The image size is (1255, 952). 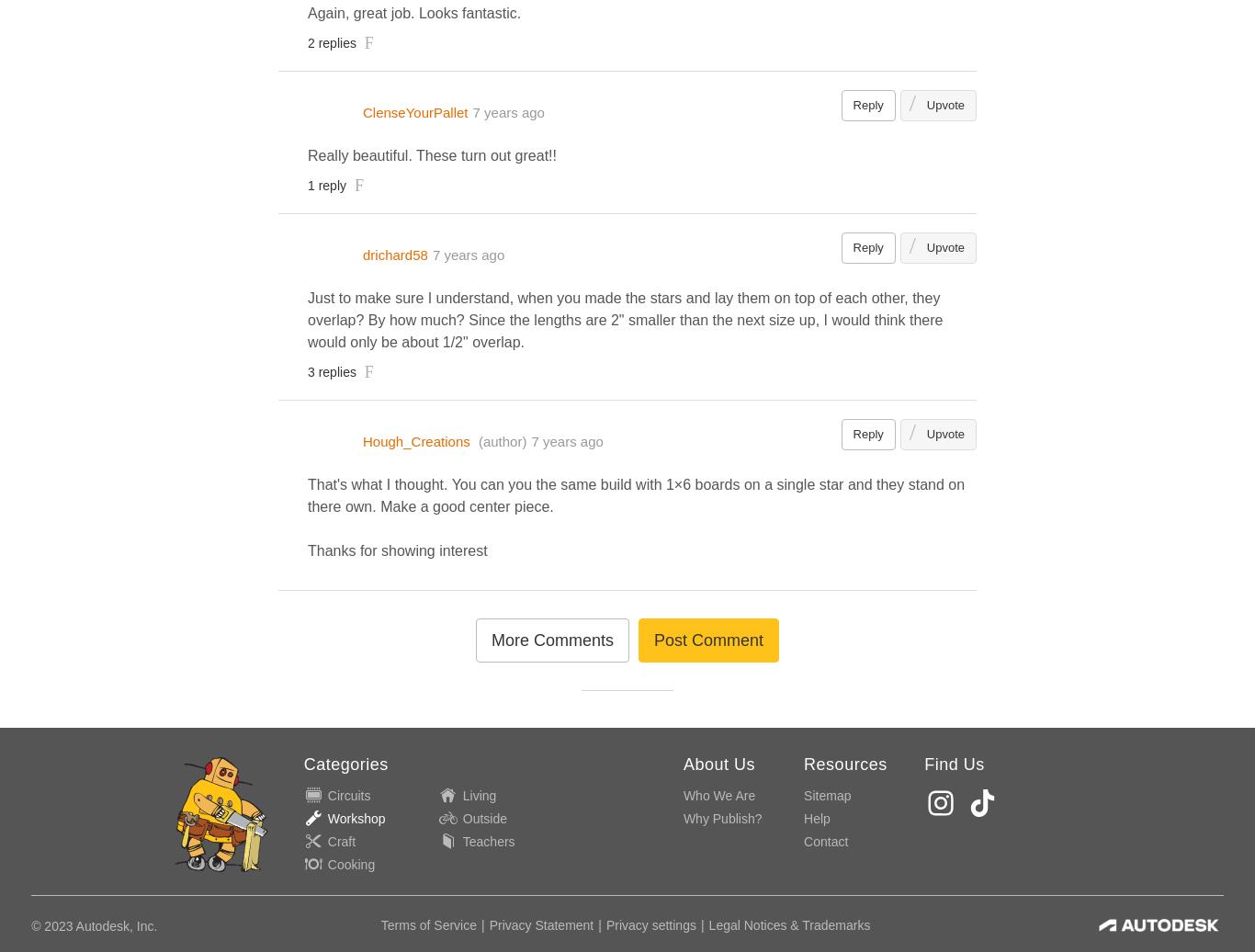 I want to click on '© 2023 Autodesk, Inc.', so click(x=94, y=924).